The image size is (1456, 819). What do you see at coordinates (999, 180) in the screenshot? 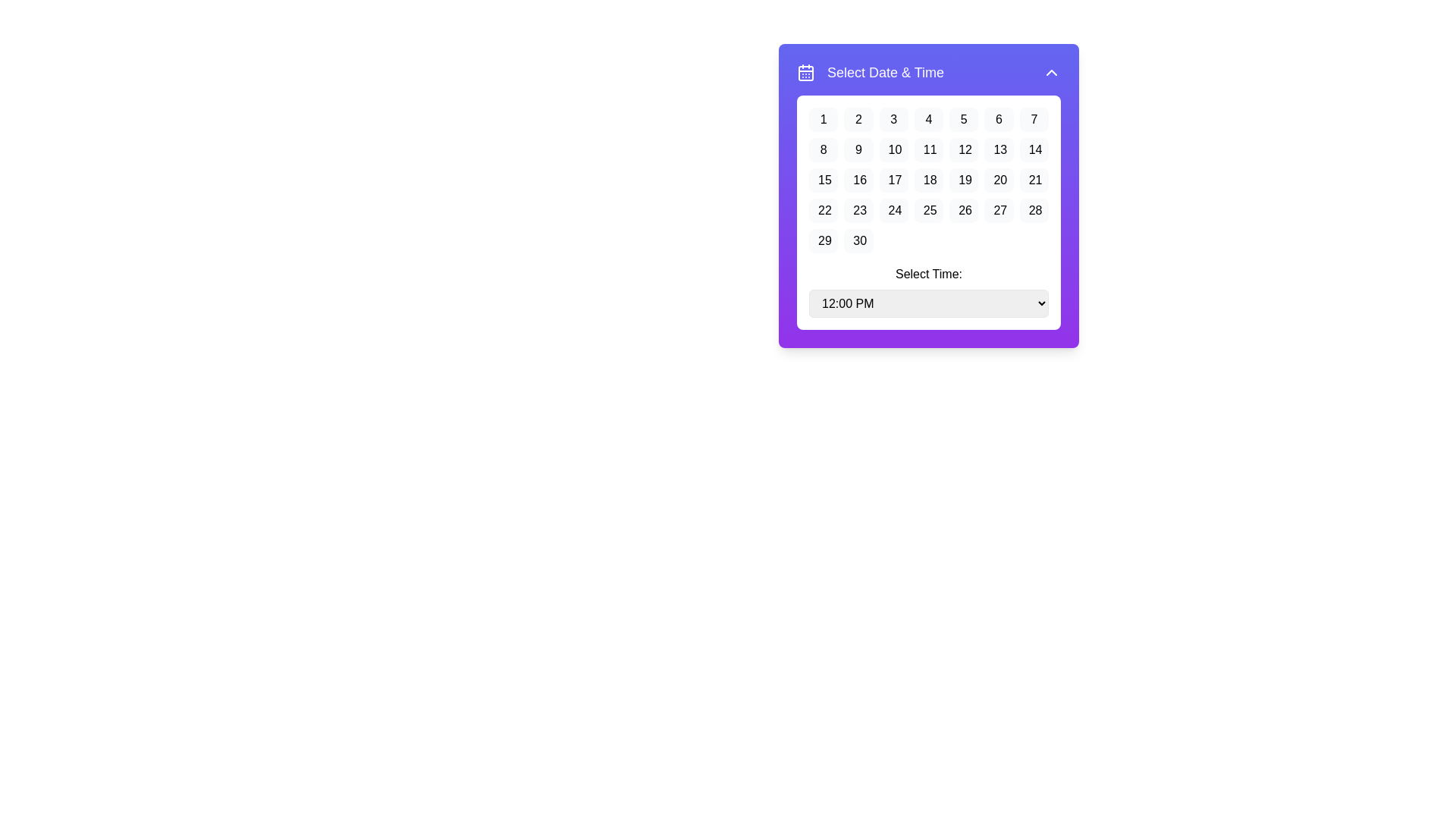
I see `the button displaying the text '20' in the calendar date picker` at bounding box center [999, 180].